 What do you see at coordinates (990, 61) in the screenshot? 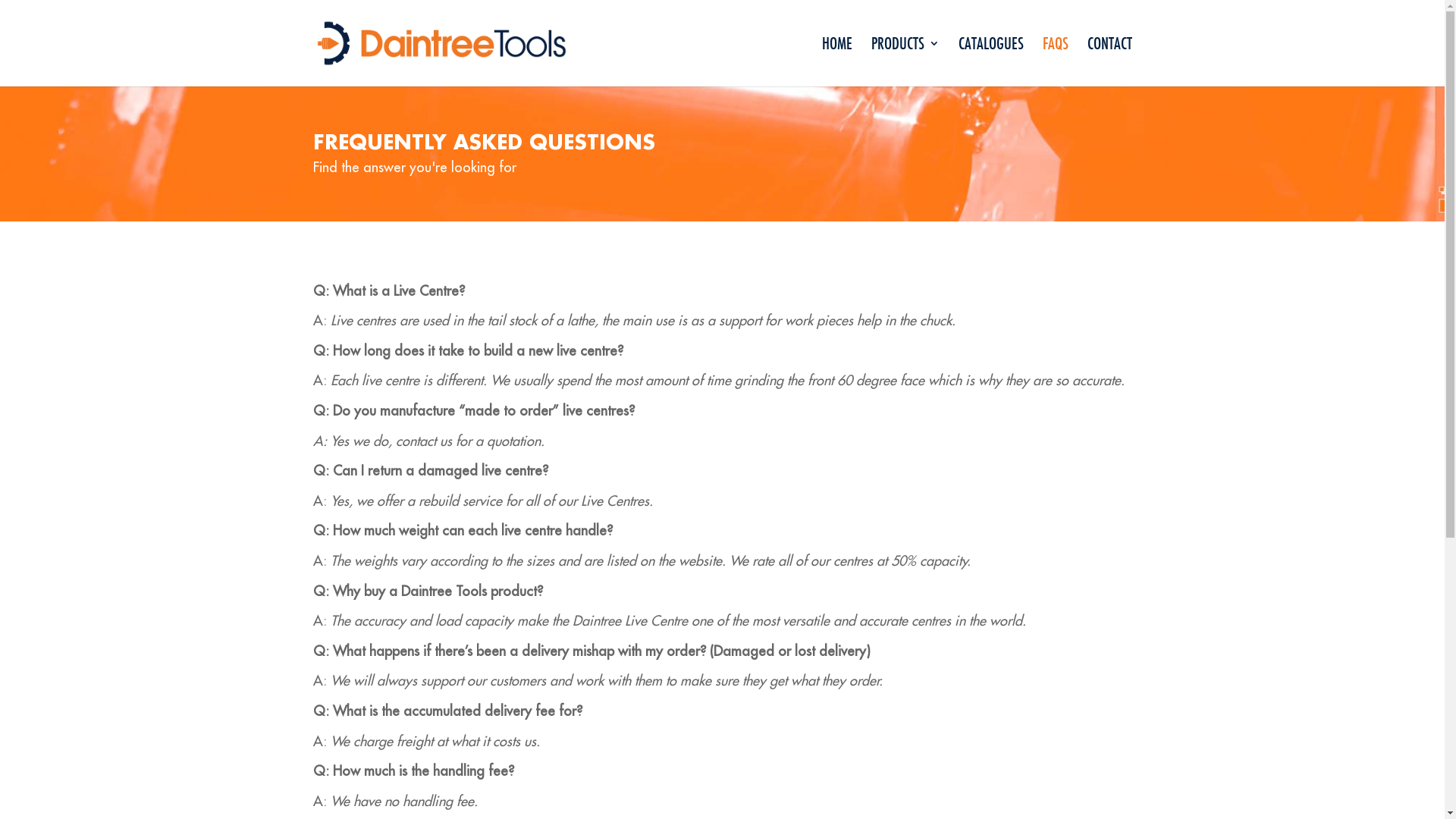
I see `'CATALOGUES'` at bounding box center [990, 61].